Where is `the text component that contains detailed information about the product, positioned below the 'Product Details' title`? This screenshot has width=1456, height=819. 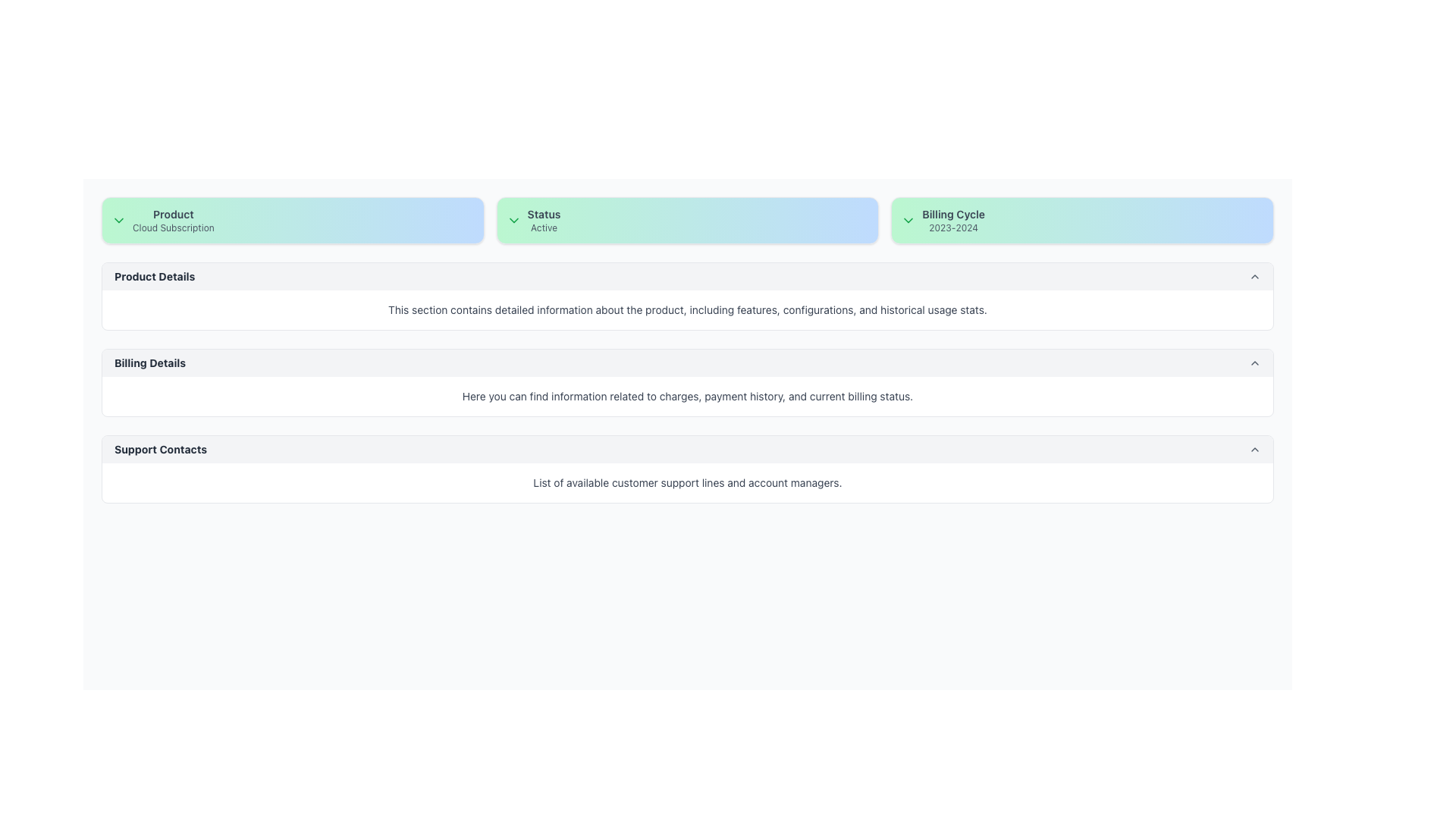
the text component that contains detailed information about the product, positioned below the 'Product Details' title is located at coordinates (687, 309).